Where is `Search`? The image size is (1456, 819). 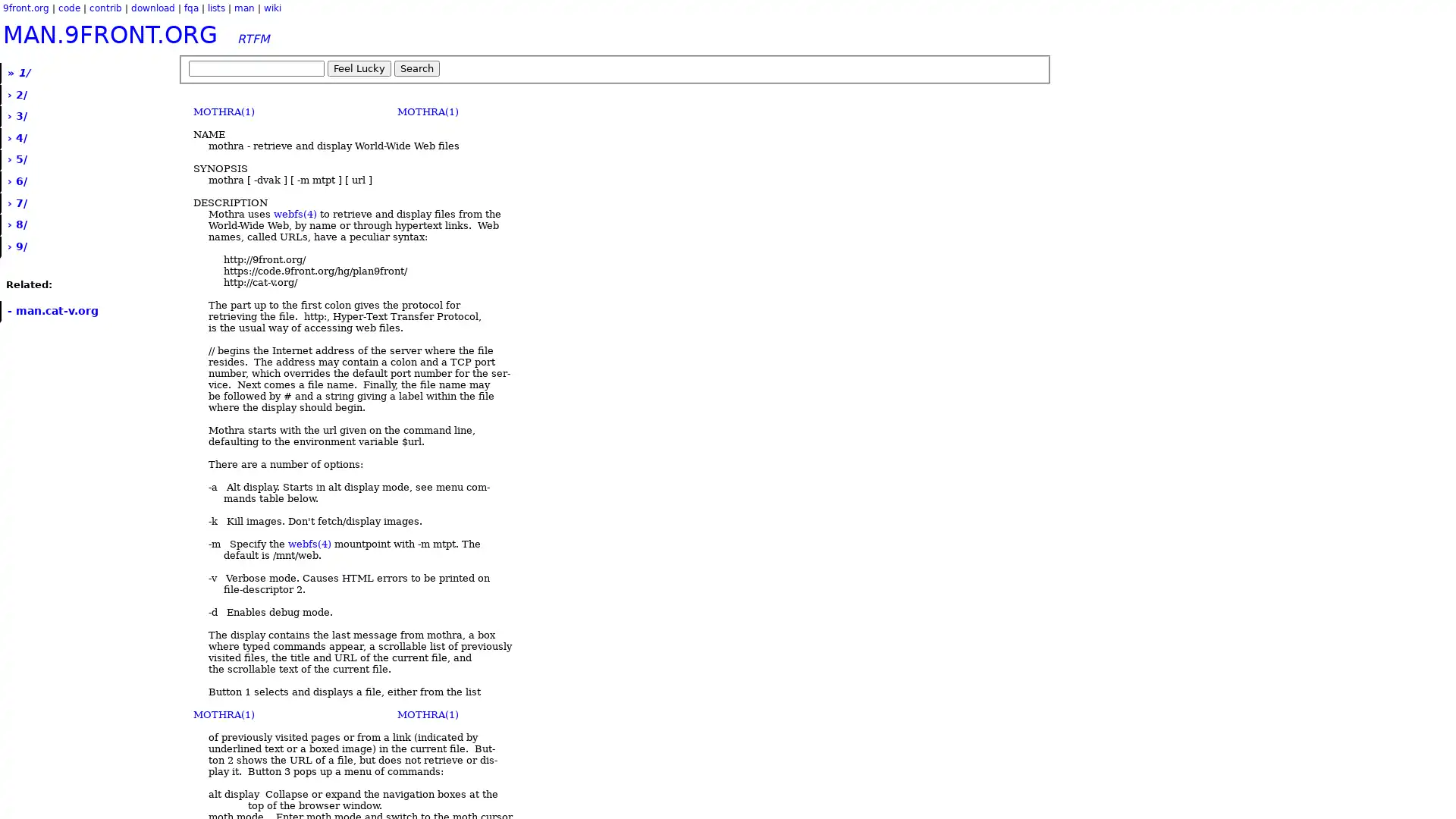 Search is located at coordinates (417, 68).